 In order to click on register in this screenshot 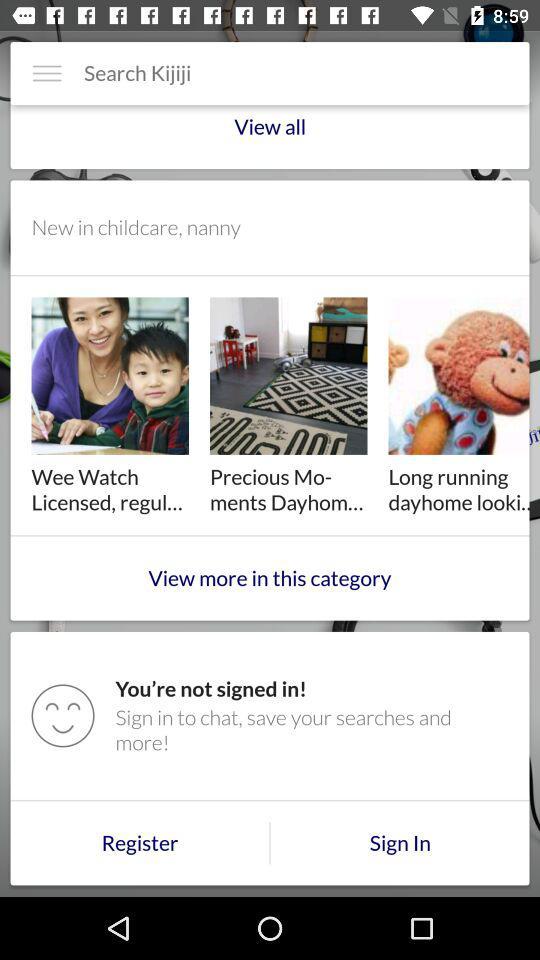, I will do `click(138, 842)`.